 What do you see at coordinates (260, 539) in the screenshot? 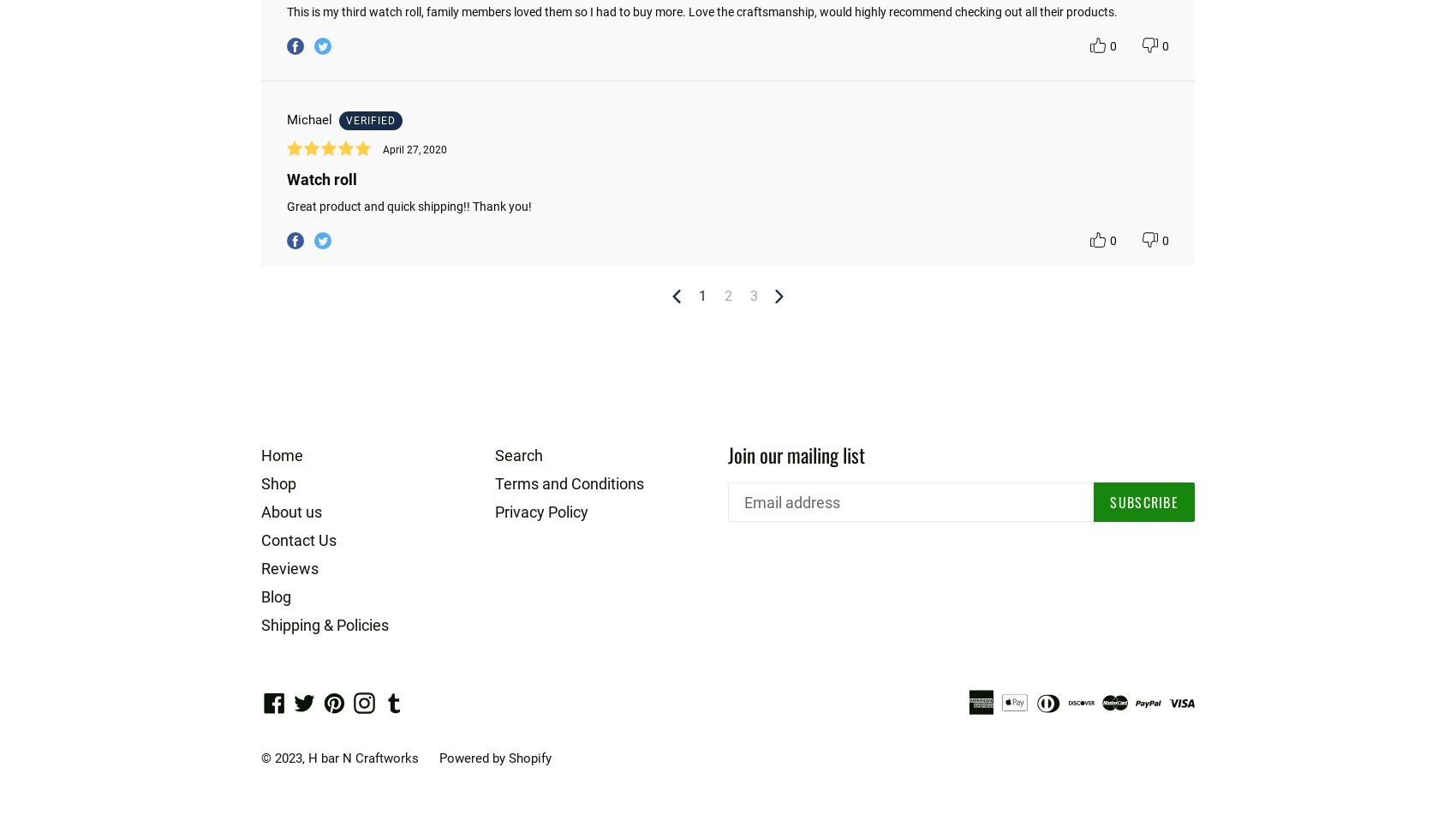
I see `'Contact Us'` at bounding box center [260, 539].